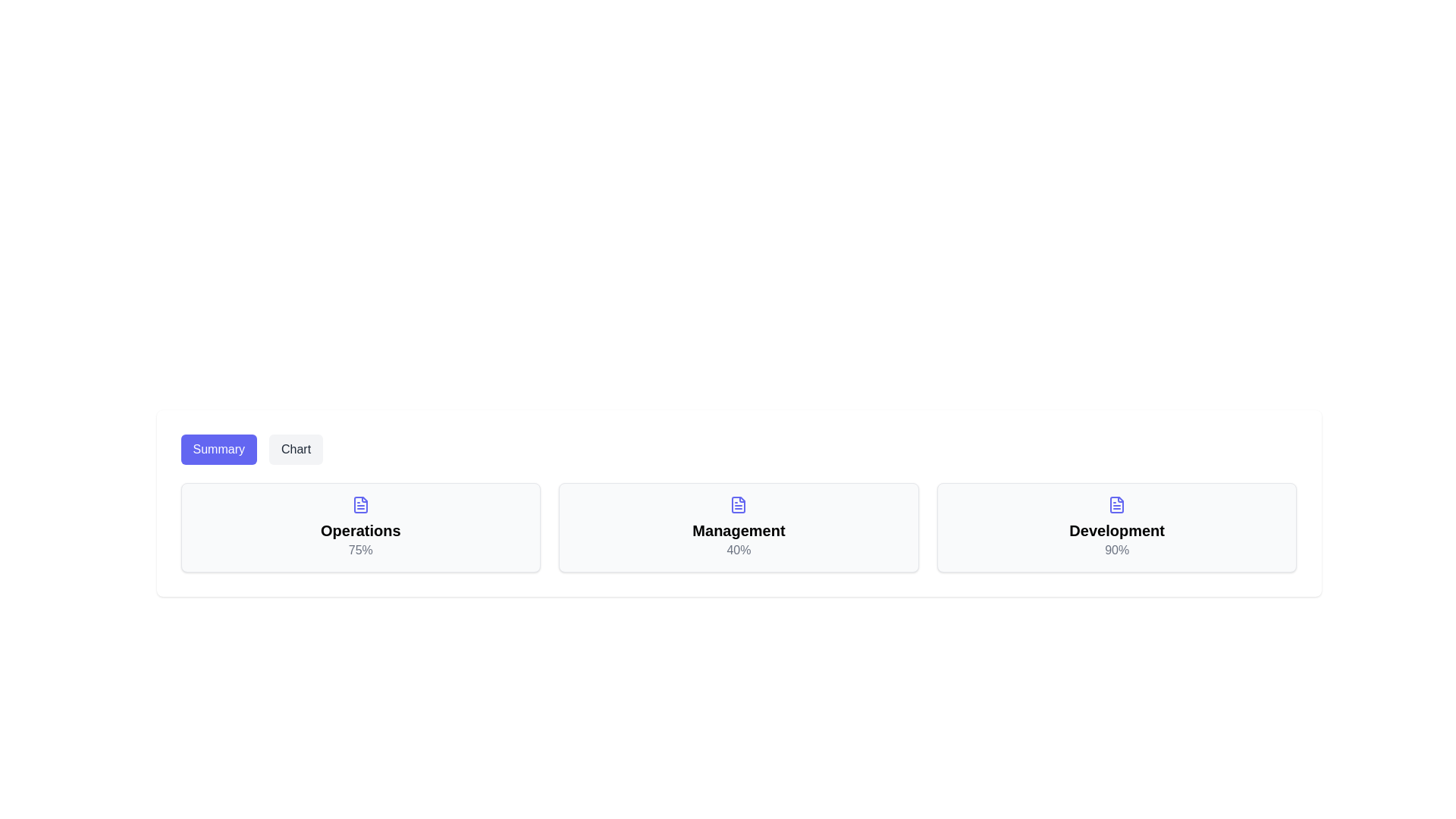  Describe the element at coordinates (1117, 526) in the screenshot. I see `the 'Development' performance card located at the far right of the grid layout, below the 'Summary' and 'Chart' navigation tabs` at that location.